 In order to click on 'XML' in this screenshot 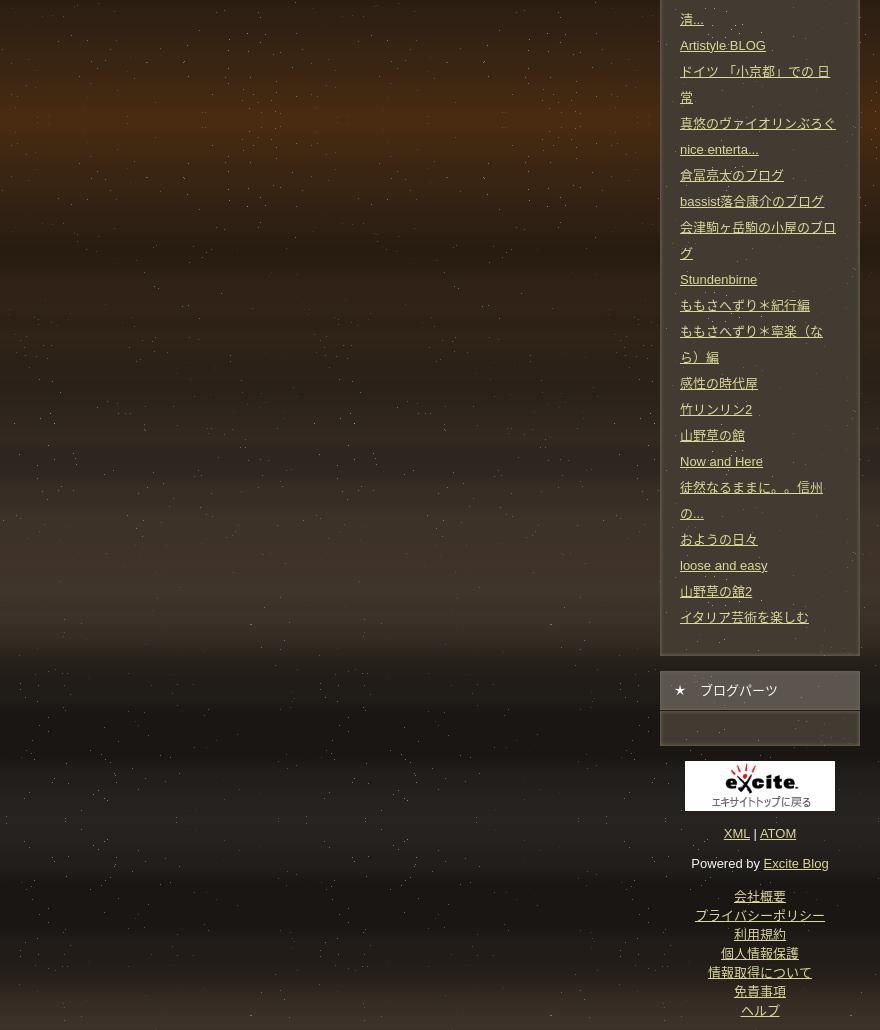, I will do `click(735, 831)`.